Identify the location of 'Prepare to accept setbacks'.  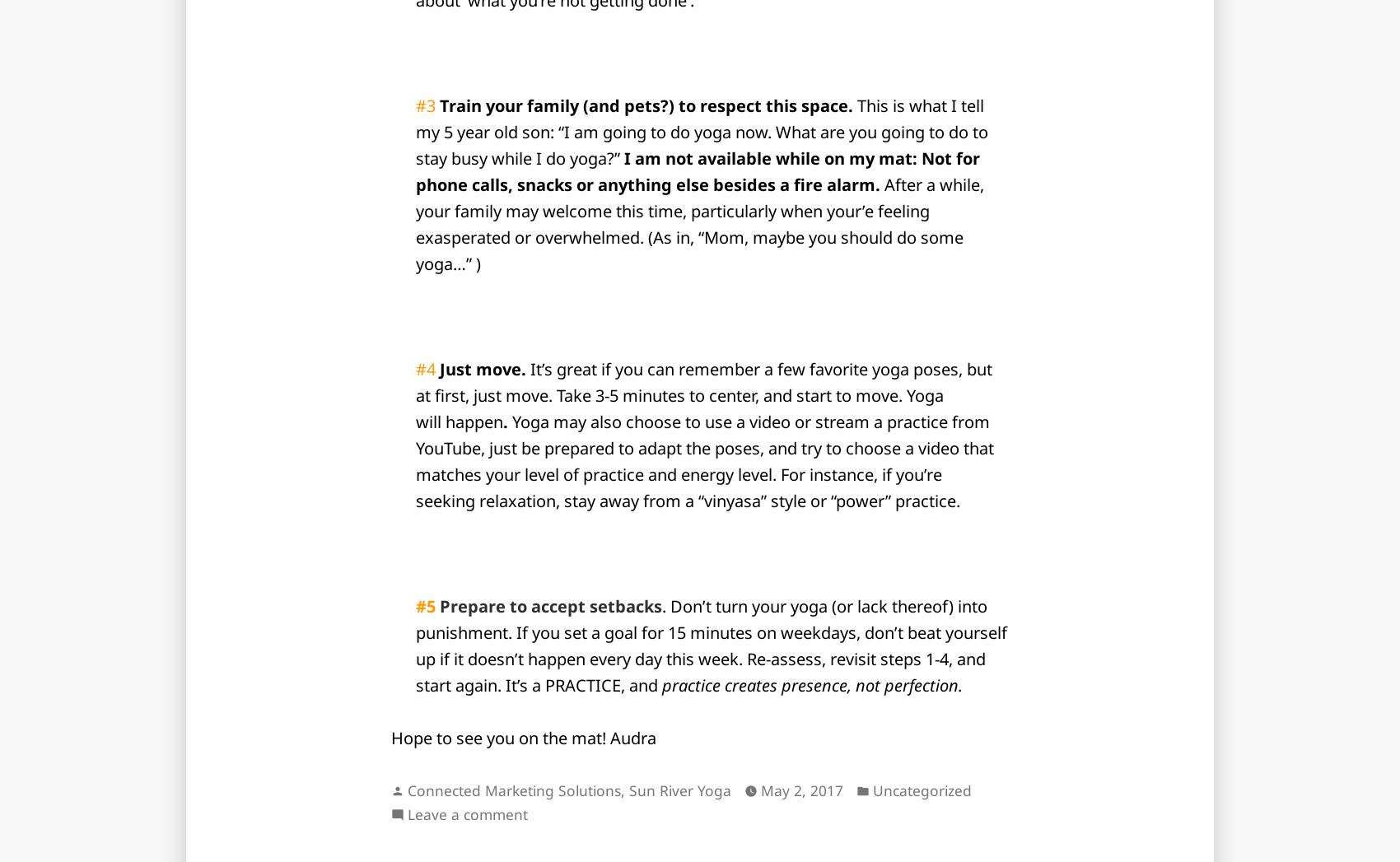
(550, 606).